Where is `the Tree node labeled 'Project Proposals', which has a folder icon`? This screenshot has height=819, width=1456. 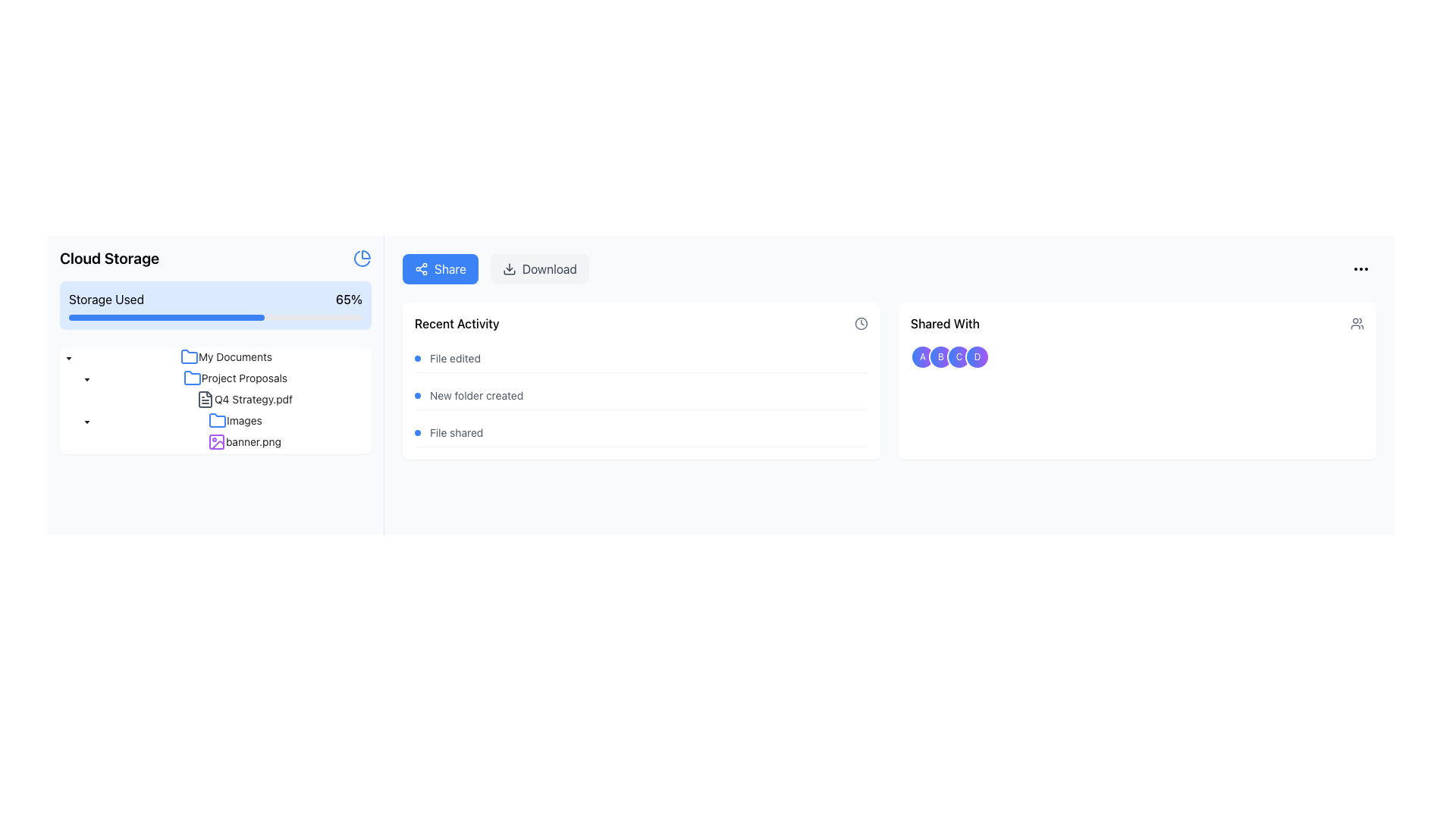 the Tree node labeled 'Project Proposals', which has a folder icon is located at coordinates (234, 377).